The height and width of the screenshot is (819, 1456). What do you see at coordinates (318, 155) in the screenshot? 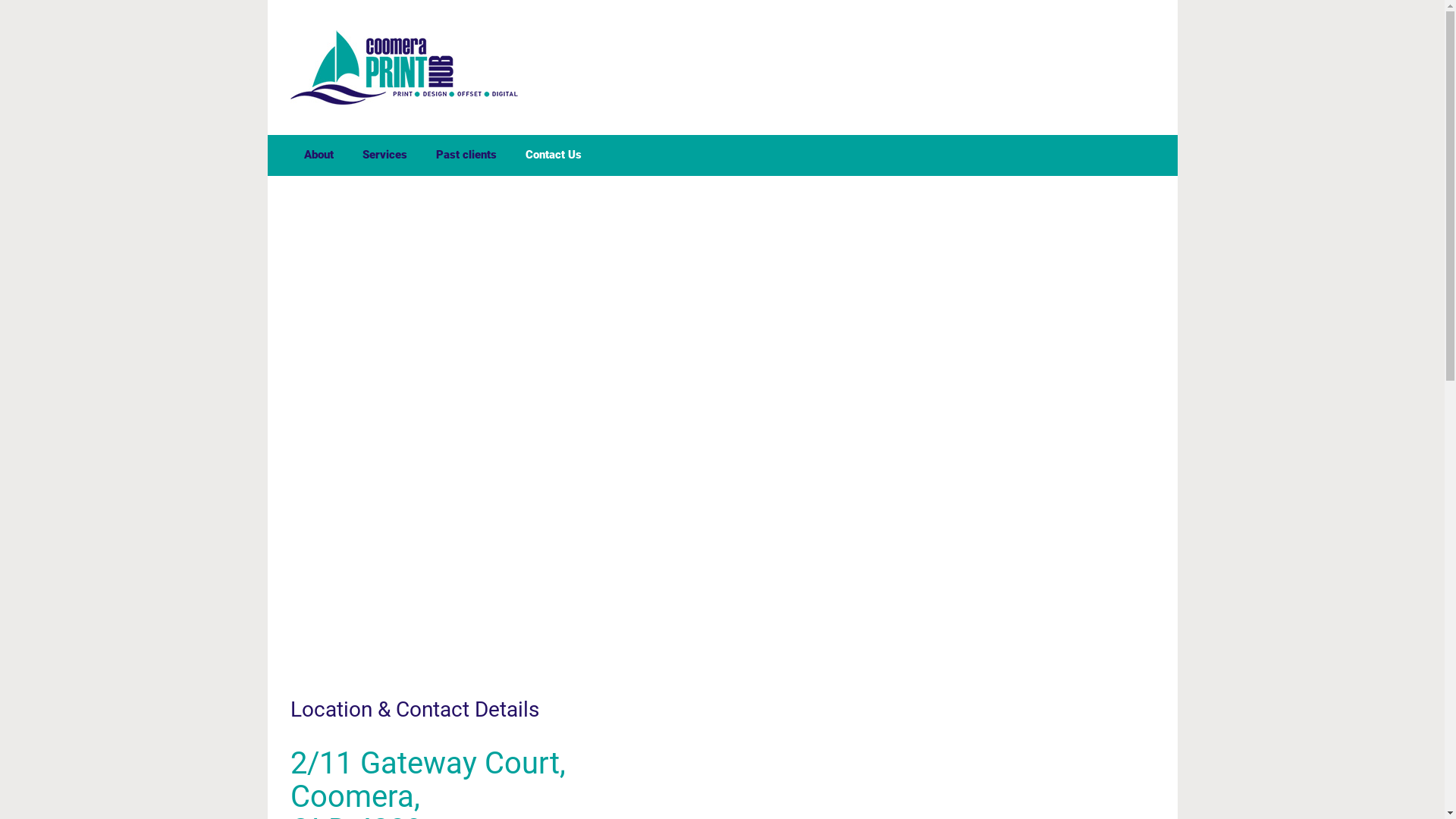
I see `'About'` at bounding box center [318, 155].